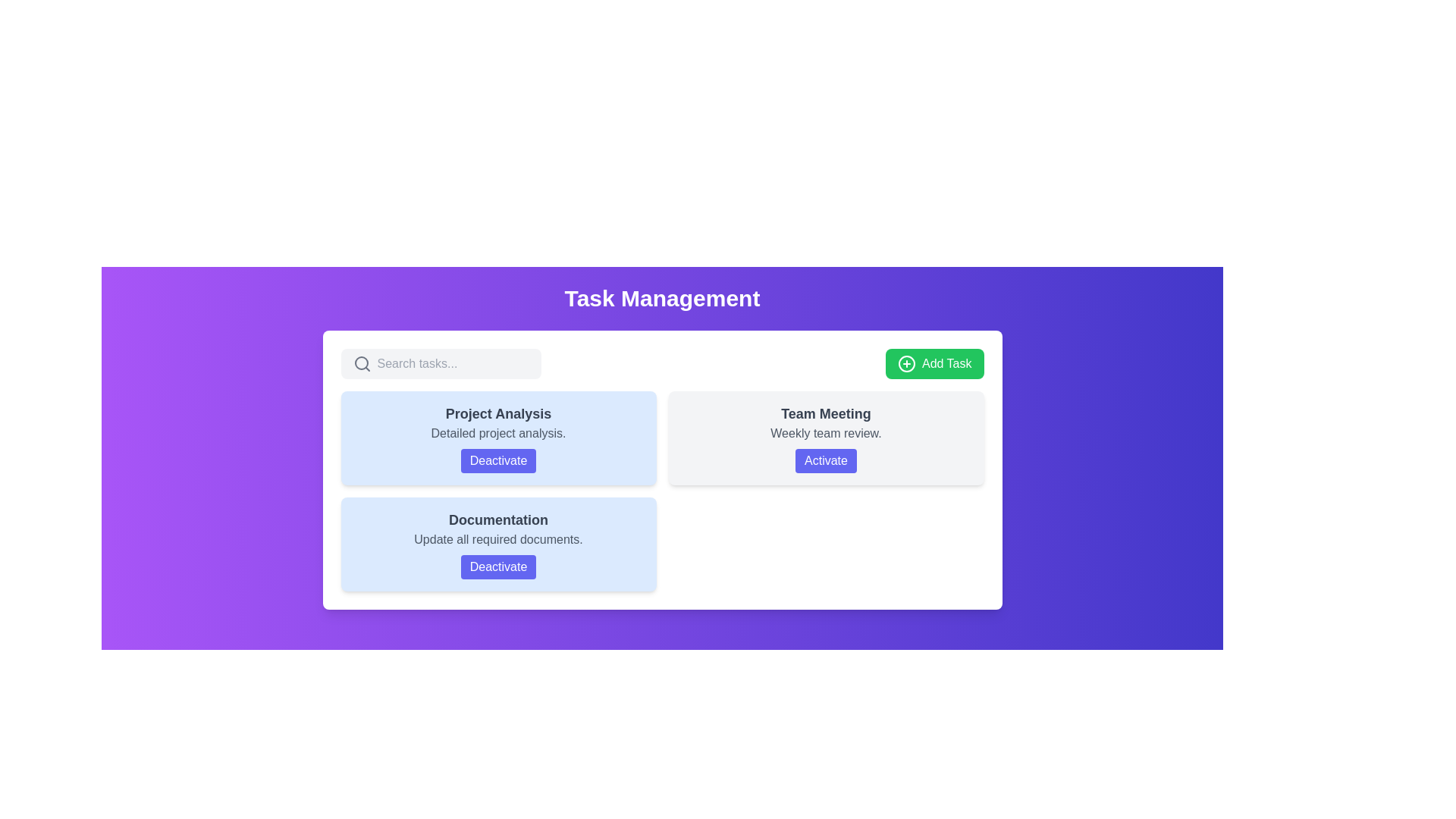 This screenshot has width=1456, height=819. Describe the element at coordinates (498, 414) in the screenshot. I see `the bold text label displaying 'Project Analysis' in a gray color, located at the top-center of a blue card-like box in the upper left quadrant of the main panel` at that location.